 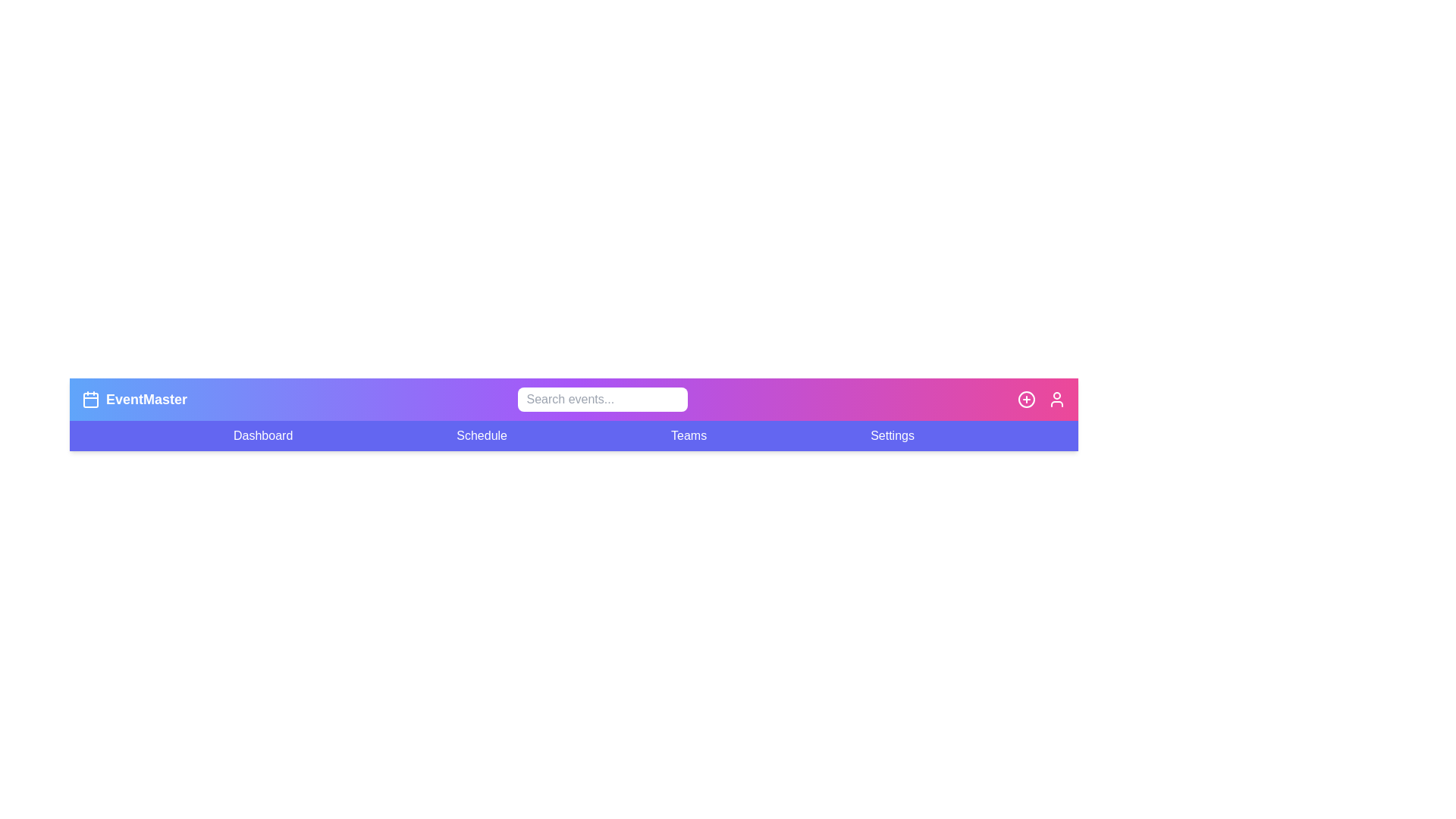 I want to click on the user icon to access user-related options, so click(x=1056, y=399).